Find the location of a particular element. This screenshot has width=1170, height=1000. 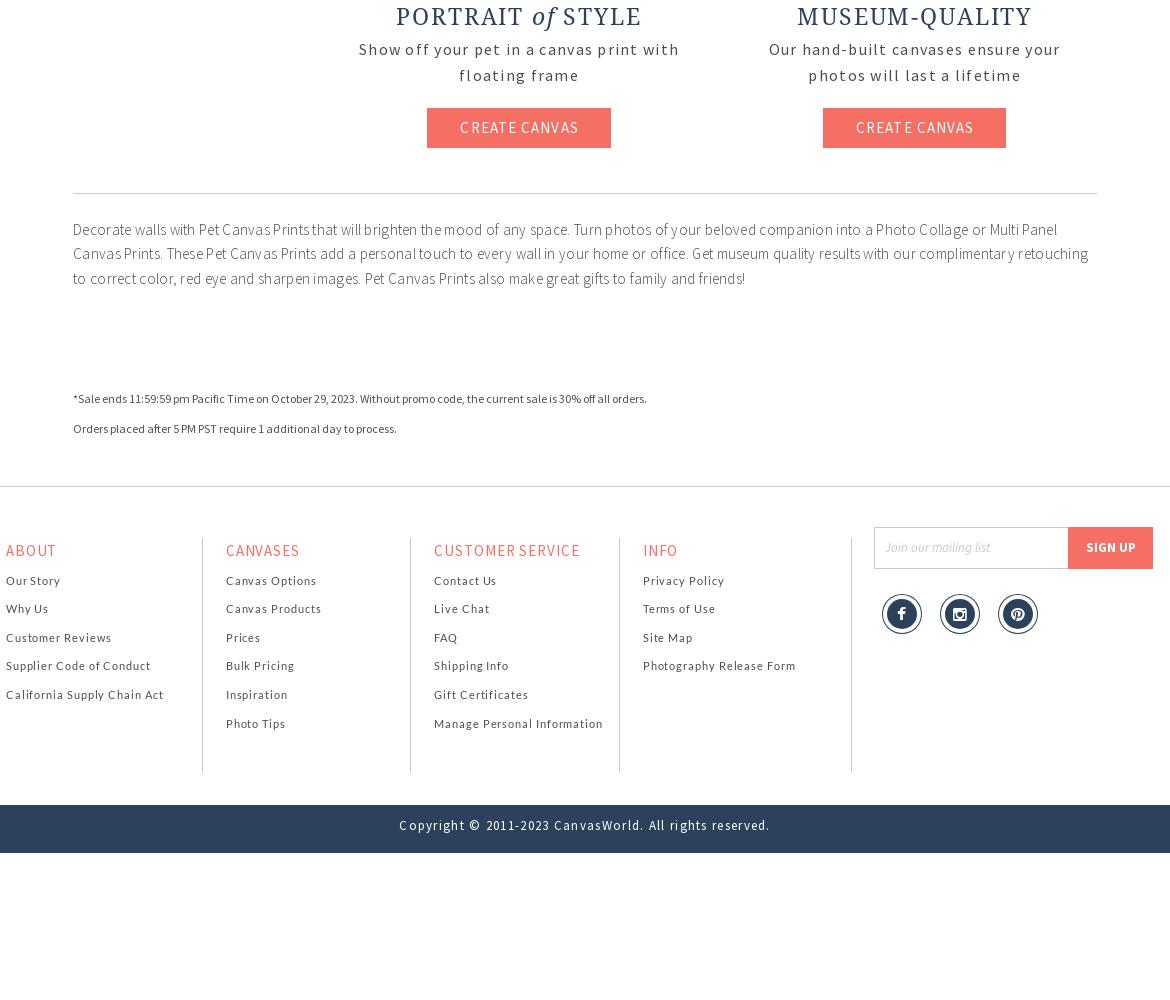

'Museum-Quality' is located at coordinates (797, 17).